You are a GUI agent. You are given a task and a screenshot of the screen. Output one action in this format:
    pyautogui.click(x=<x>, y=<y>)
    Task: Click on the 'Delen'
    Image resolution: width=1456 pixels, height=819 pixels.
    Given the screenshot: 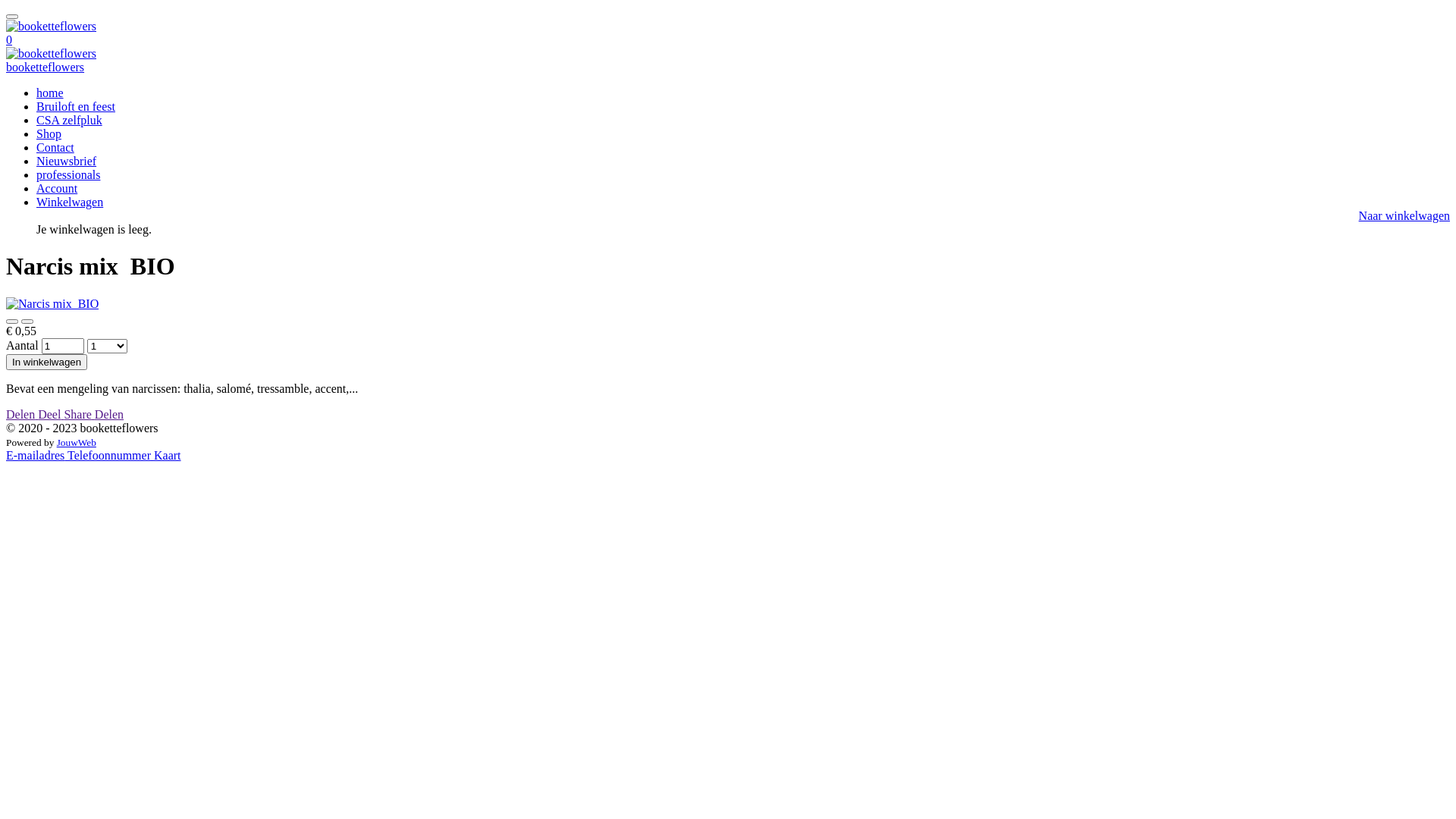 What is the action you would take?
    pyautogui.click(x=21, y=414)
    